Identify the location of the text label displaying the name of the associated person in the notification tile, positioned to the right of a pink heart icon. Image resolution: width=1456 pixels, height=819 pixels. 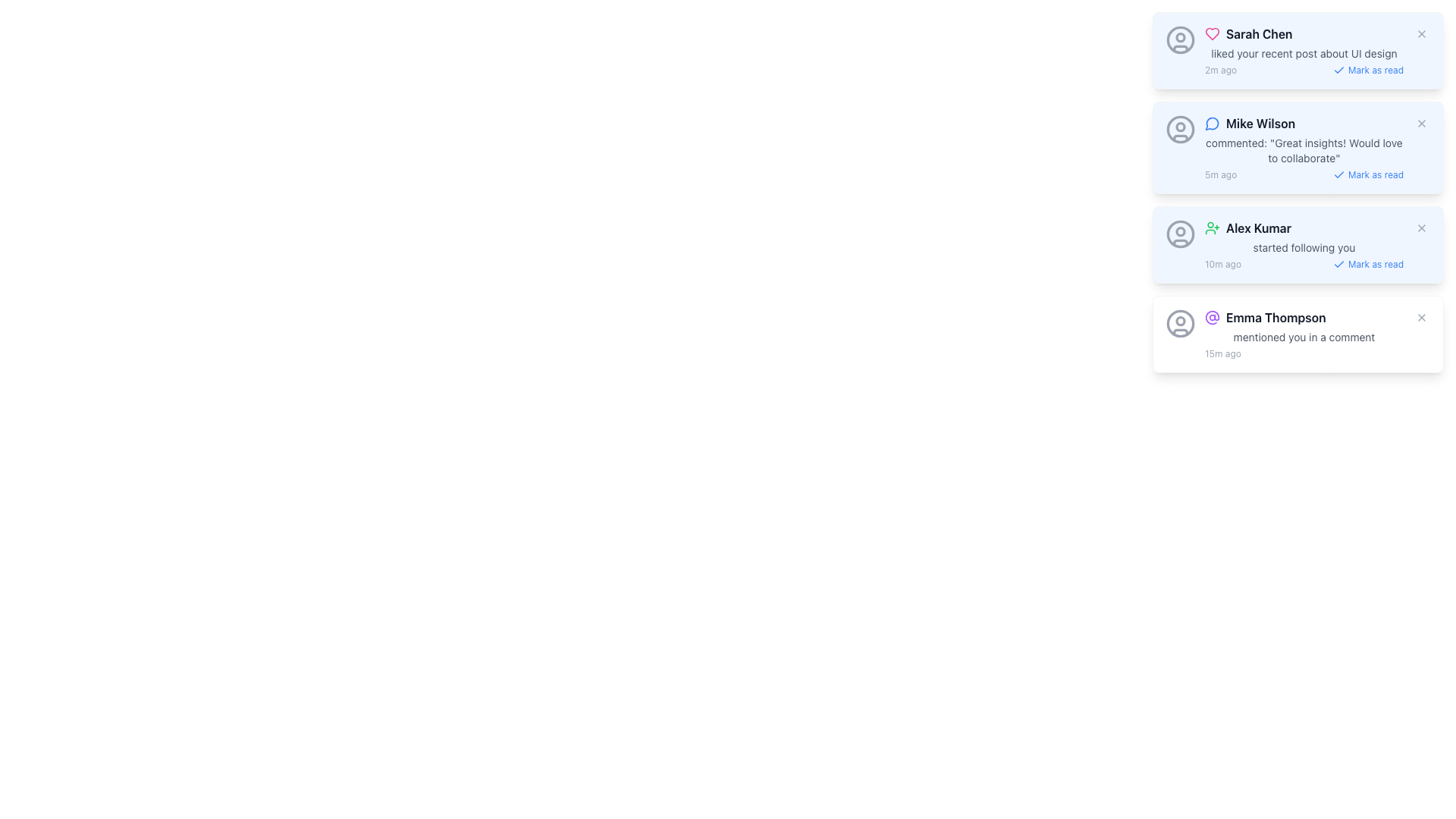
(1259, 34).